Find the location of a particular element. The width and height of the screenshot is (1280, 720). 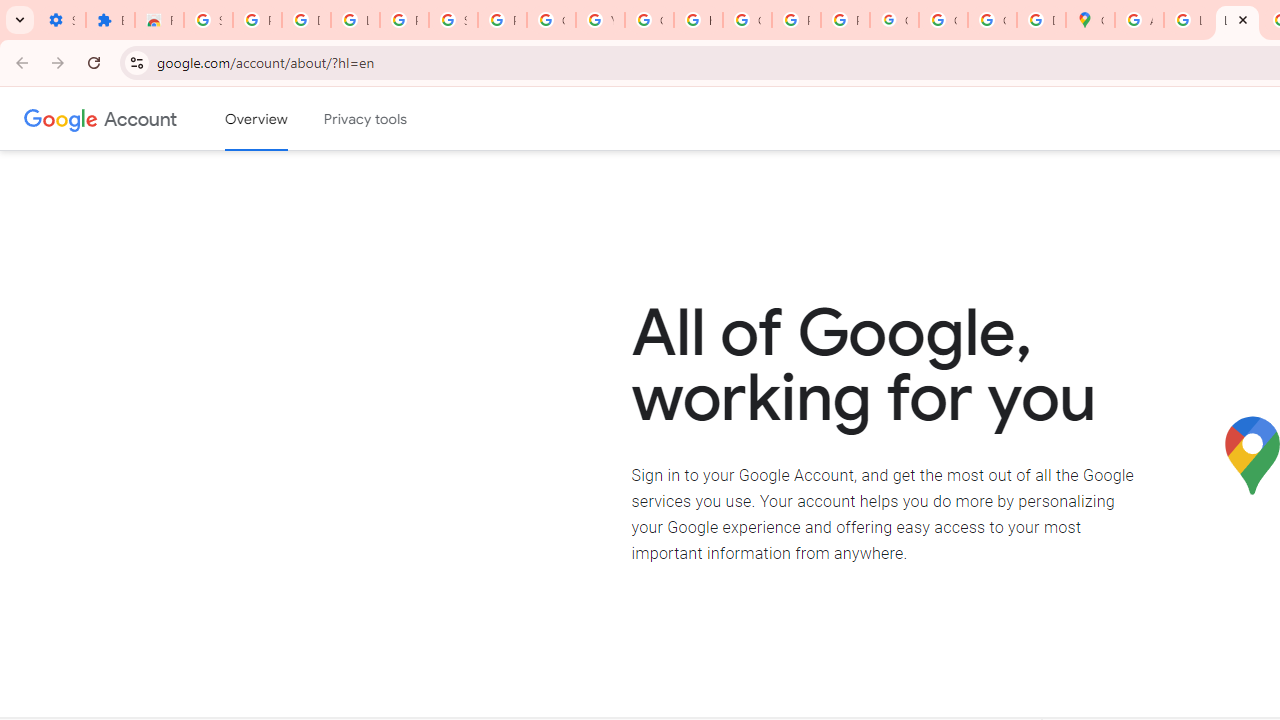

'Google Maps' is located at coordinates (1089, 20).